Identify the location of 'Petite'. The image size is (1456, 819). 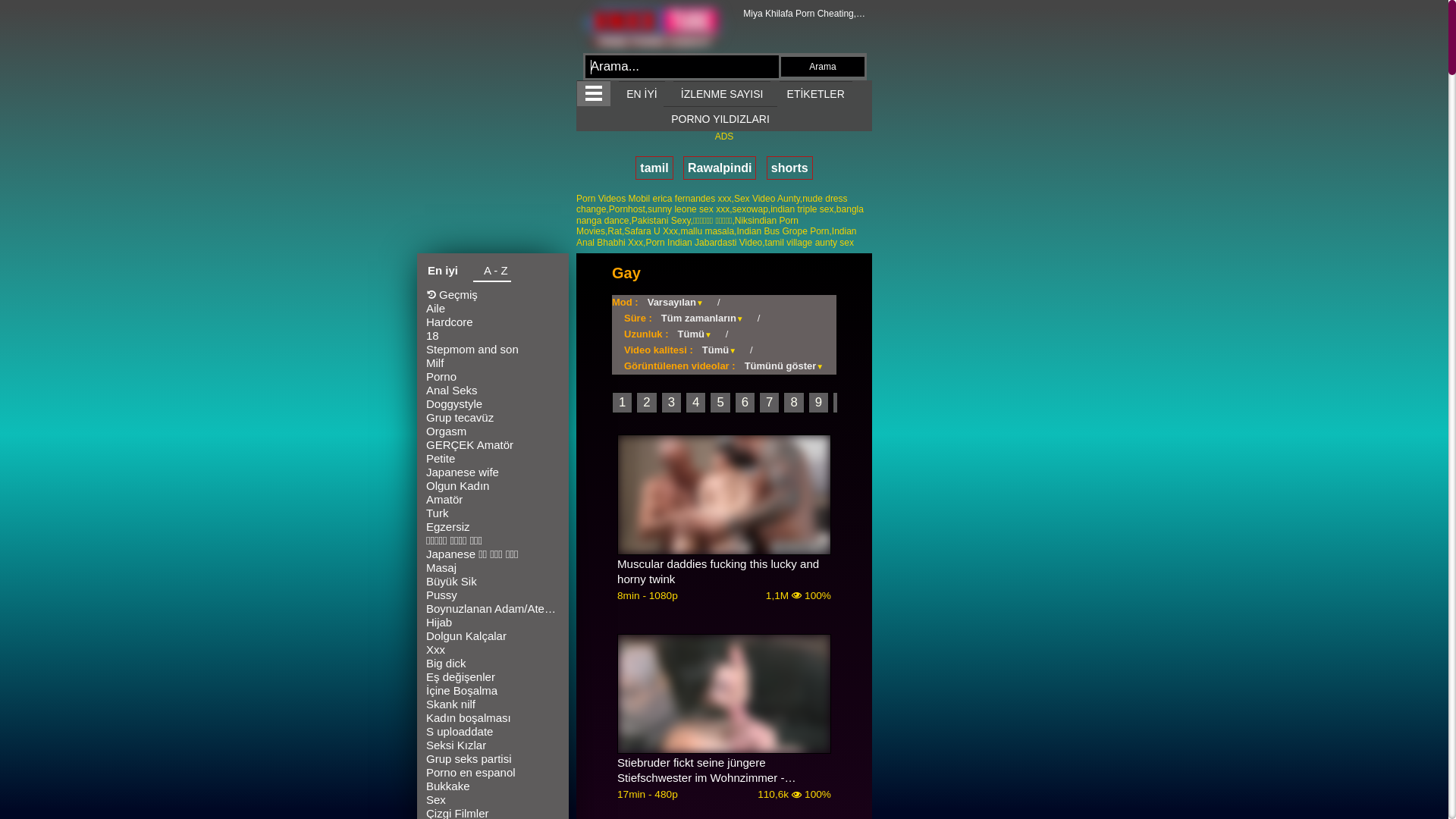
(492, 458).